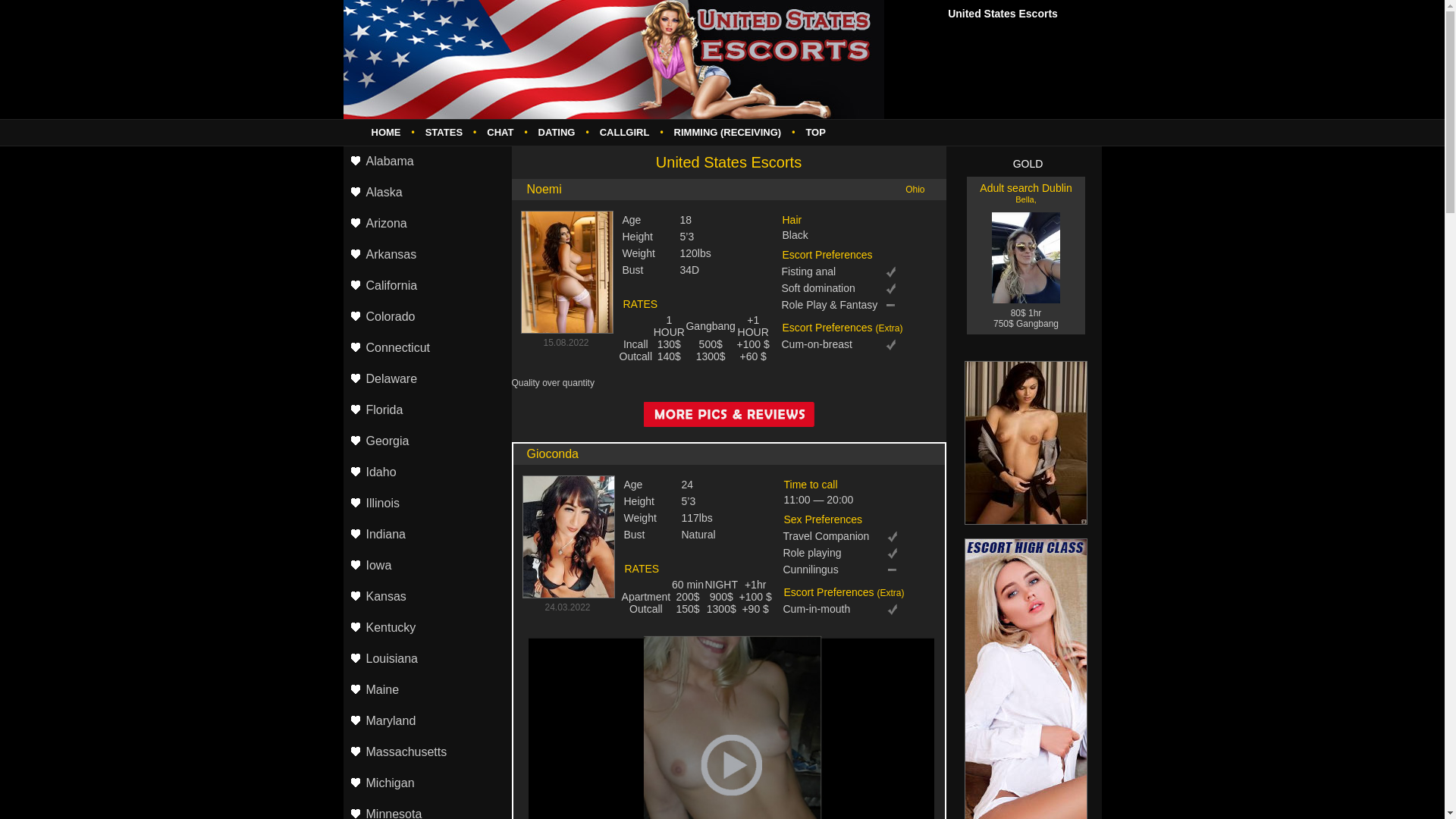  What do you see at coordinates (425, 472) in the screenshot?
I see `'Idaho'` at bounding box center [425, 472].